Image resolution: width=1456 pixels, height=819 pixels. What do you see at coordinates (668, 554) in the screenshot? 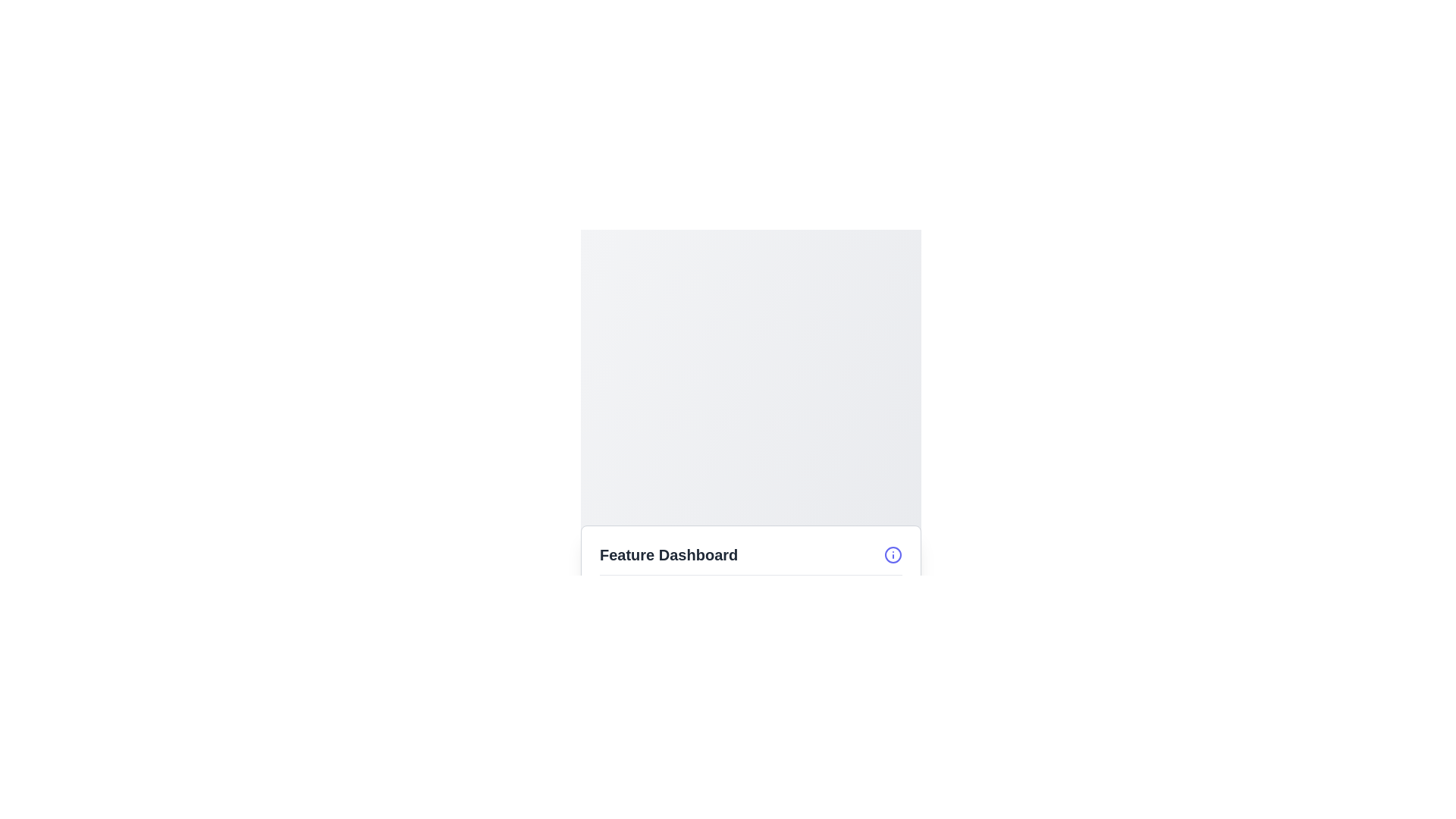
I see `the 'Feature Dashboard' text label, which is styled in a bold, extra-large font and is positioned in the header section of the interface` at bounding box center [668, 554].